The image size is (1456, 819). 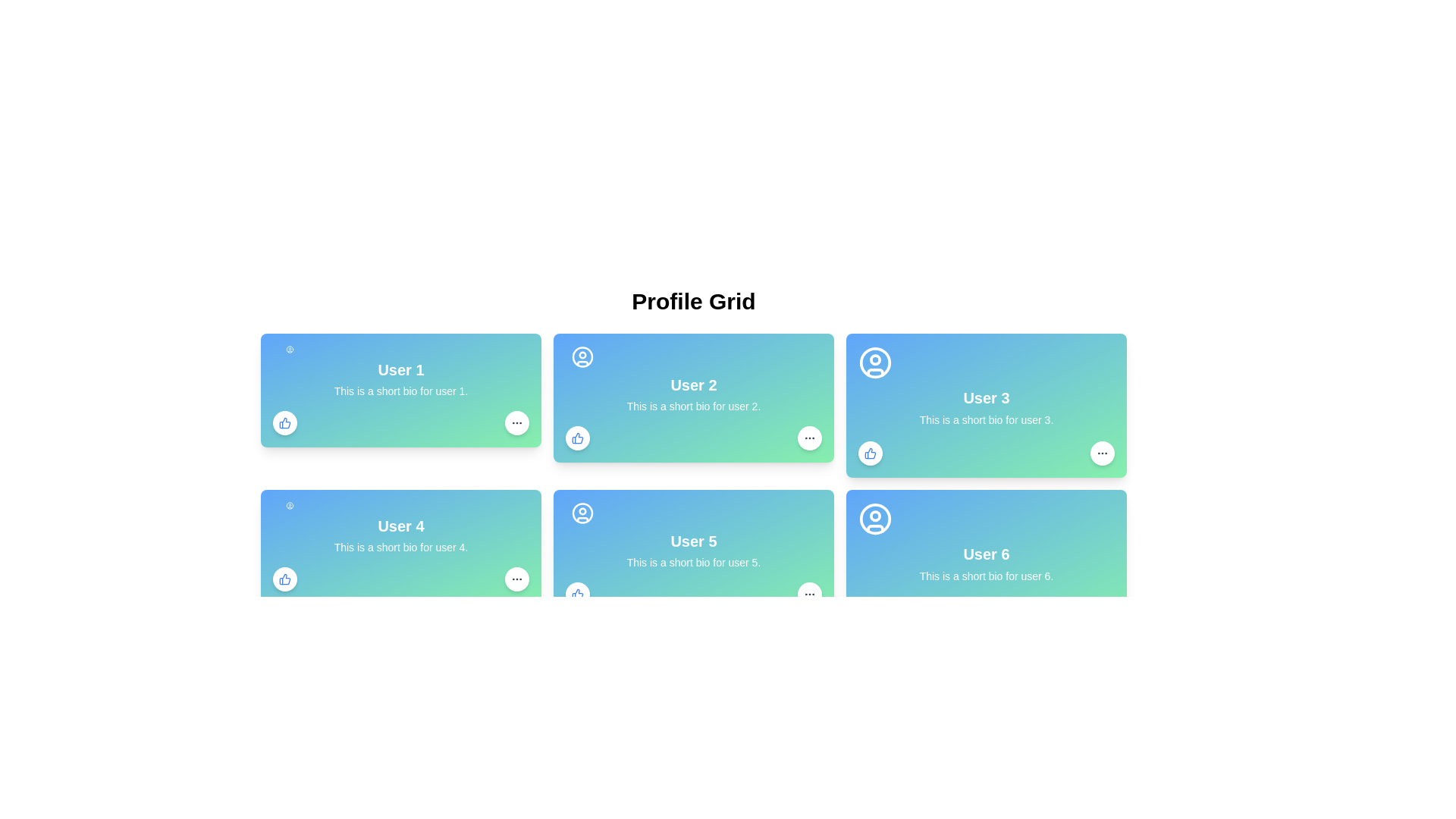 What do you see at coordinates (582, 513) in the screenshot?
I see `the decorative circle of the user profile icon associated with 'User 5' located in the third row, second column of the grid layout` at bounding box center [582, 513].